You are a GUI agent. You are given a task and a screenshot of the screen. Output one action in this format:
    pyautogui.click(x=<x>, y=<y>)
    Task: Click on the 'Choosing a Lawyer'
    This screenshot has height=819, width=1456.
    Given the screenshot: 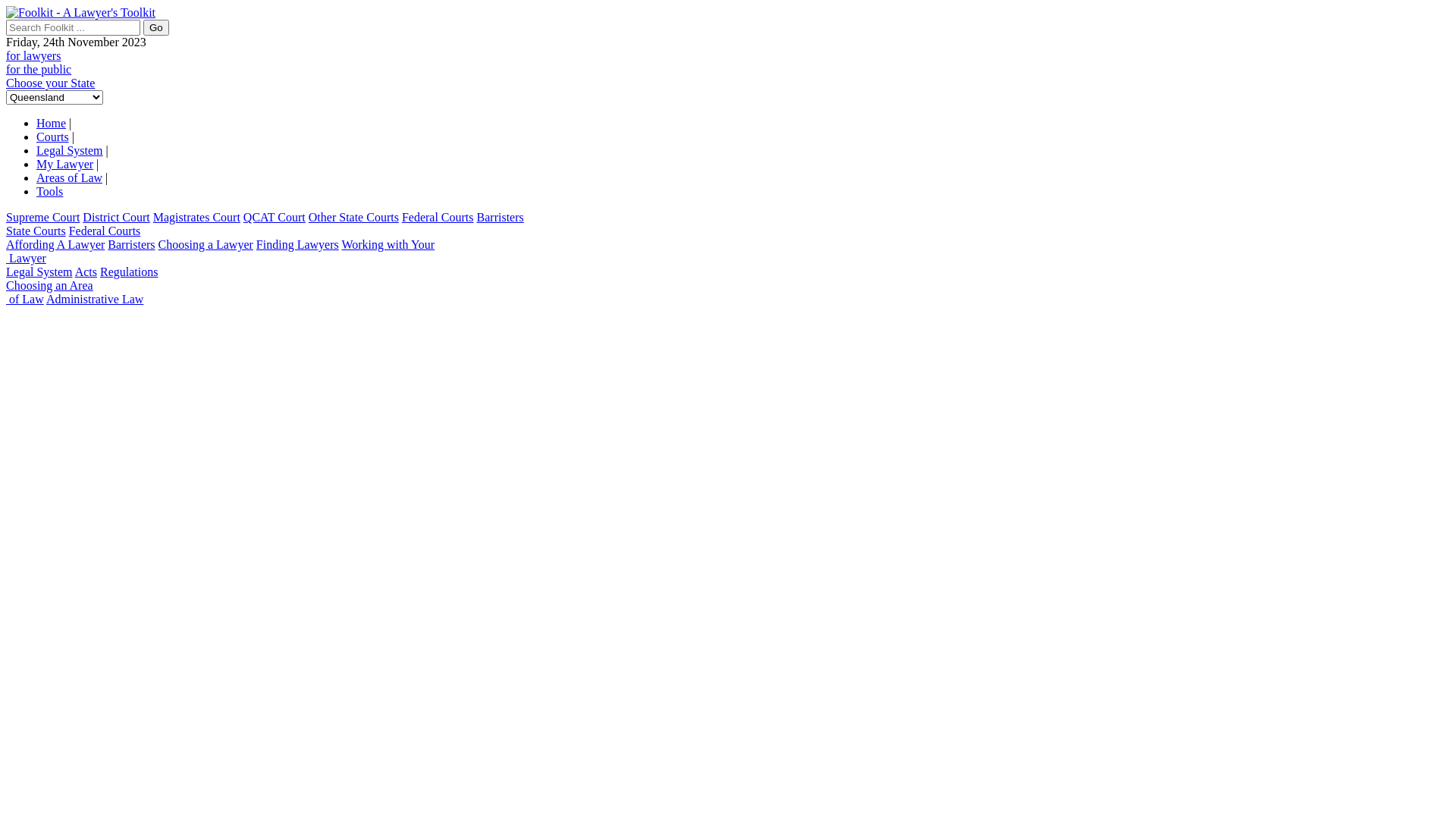 What is the action you would take?
    pyautogui.click(x=158, y=243)
    